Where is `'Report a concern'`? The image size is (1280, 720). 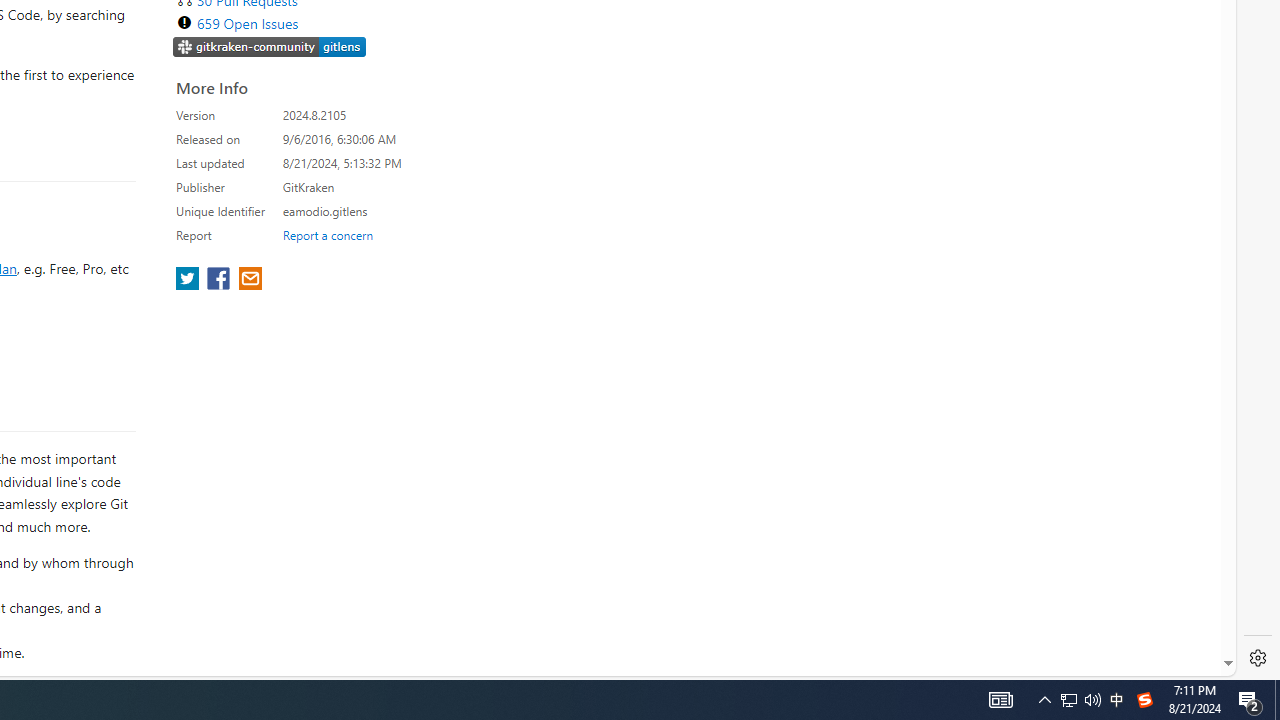 'Report a concern' is located at coordinates (327, 234).